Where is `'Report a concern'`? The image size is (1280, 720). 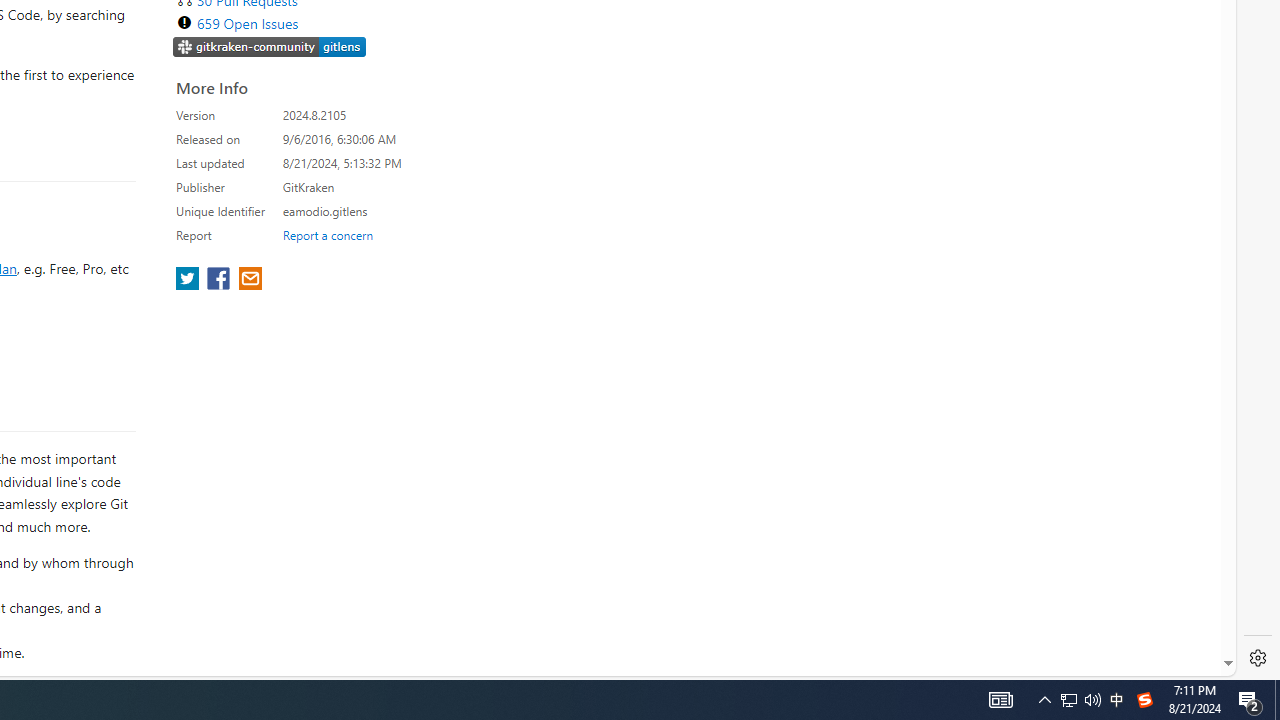 'Report a concern' is located at coordinates (327, 234).